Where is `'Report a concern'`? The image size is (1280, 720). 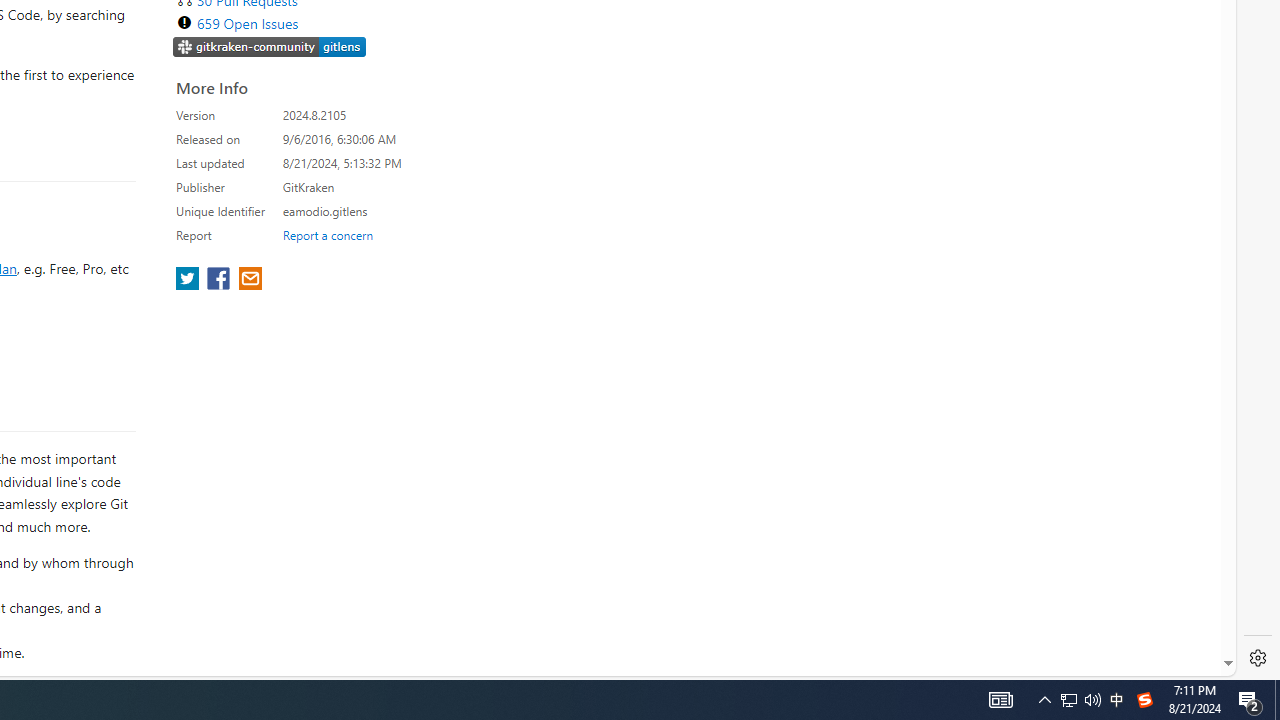 'Report a concern' is located at coordinates (327, 234).